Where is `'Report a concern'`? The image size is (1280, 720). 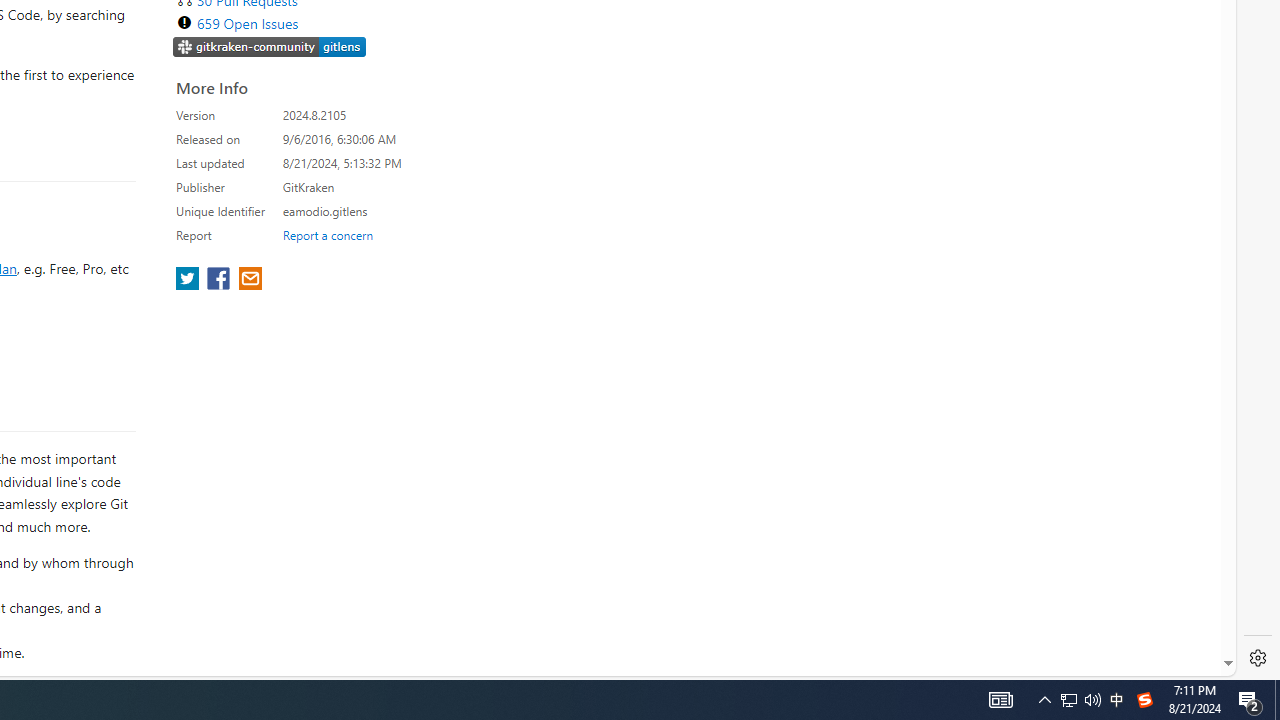 'Report a concern' is located at coordinates (327, 234).